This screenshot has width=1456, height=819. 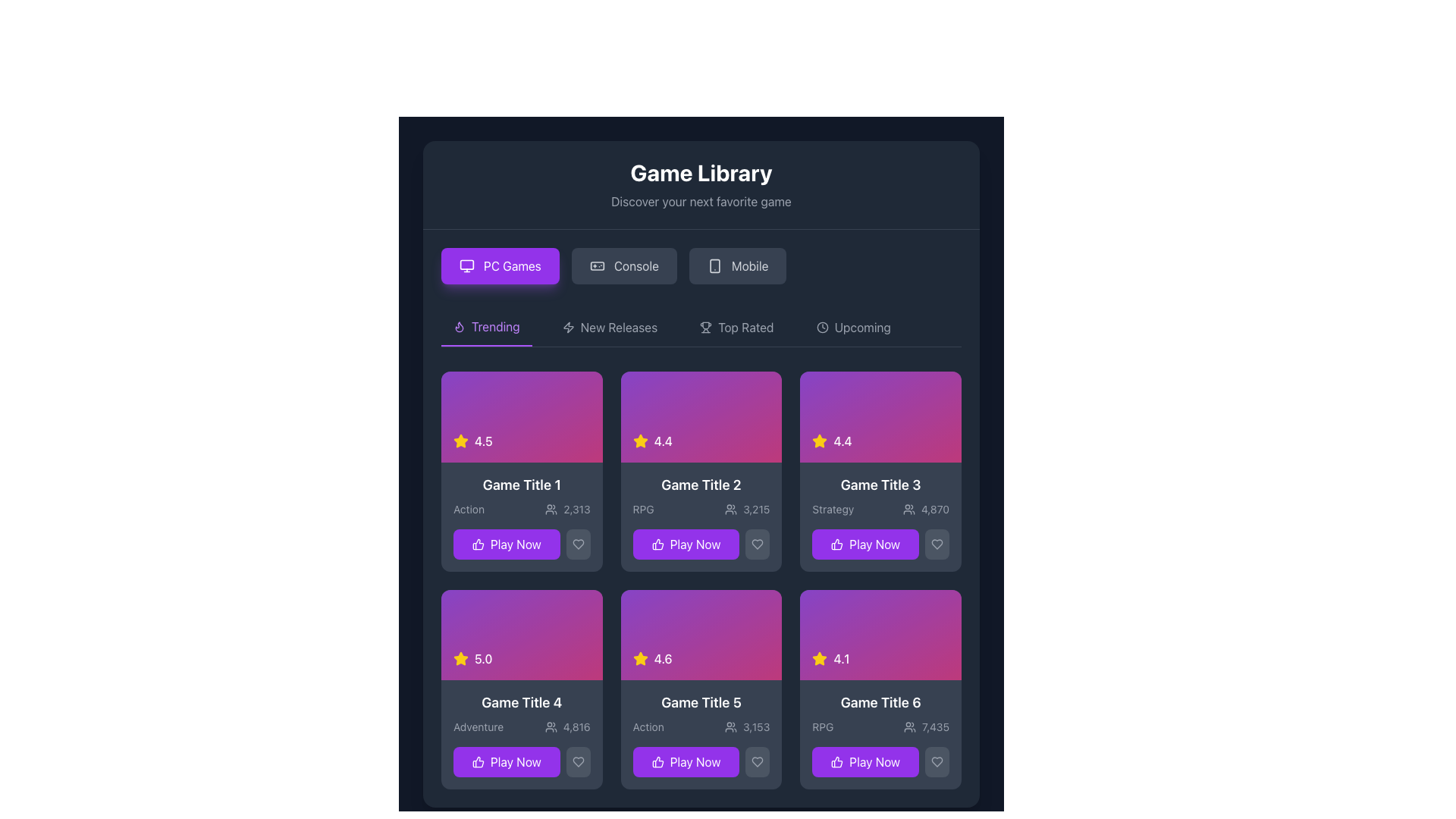 What do you see at coordinates (652, 441) in the screenshot?
I see `the Rating indicator with a yellow star icon and text '4.4' located in the second card labeled 'Game Title 2'` at bounding box center [652, 441].